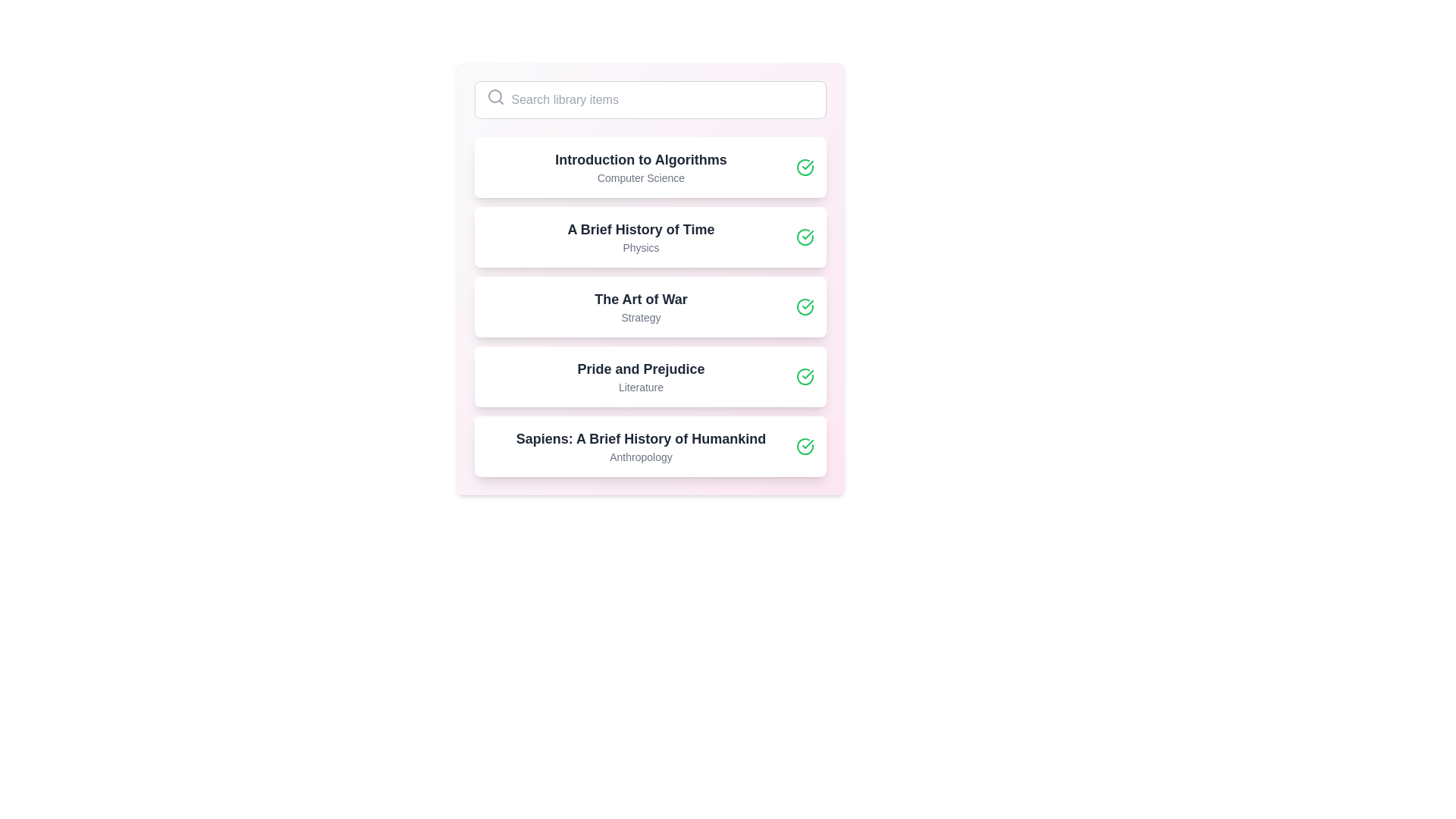 This screenshot has width=1456, height=819. What do you see at coordinates (641, 446) in the screenshot?
I see `text from the fifth entry in the list of library items, which is represented as a Text label with a title and subtitle format located at the bottommost position of the list` at bounding box center [641, 446].